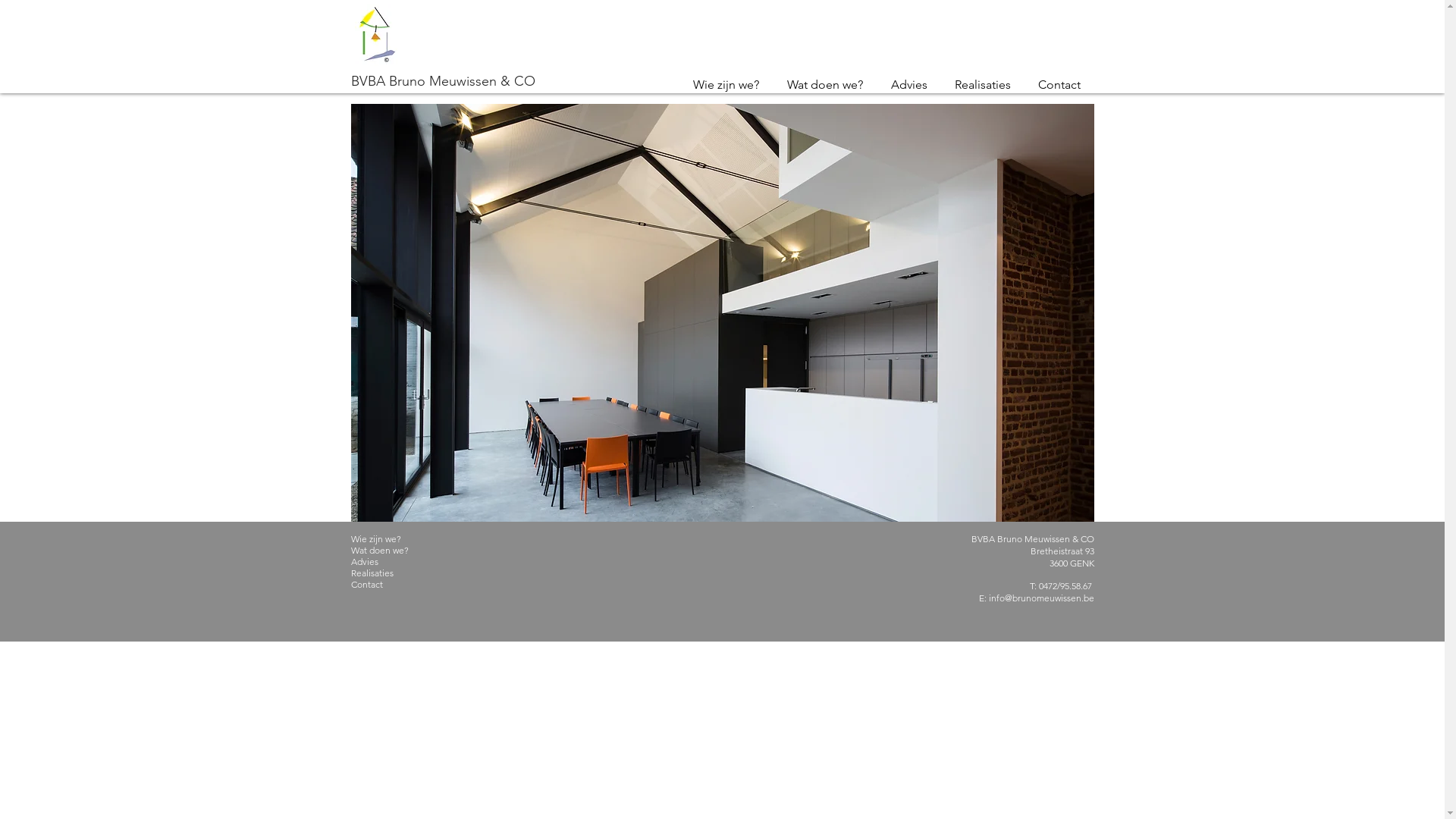  I want to click on 'Wie zijn we?', so click(726, 84).